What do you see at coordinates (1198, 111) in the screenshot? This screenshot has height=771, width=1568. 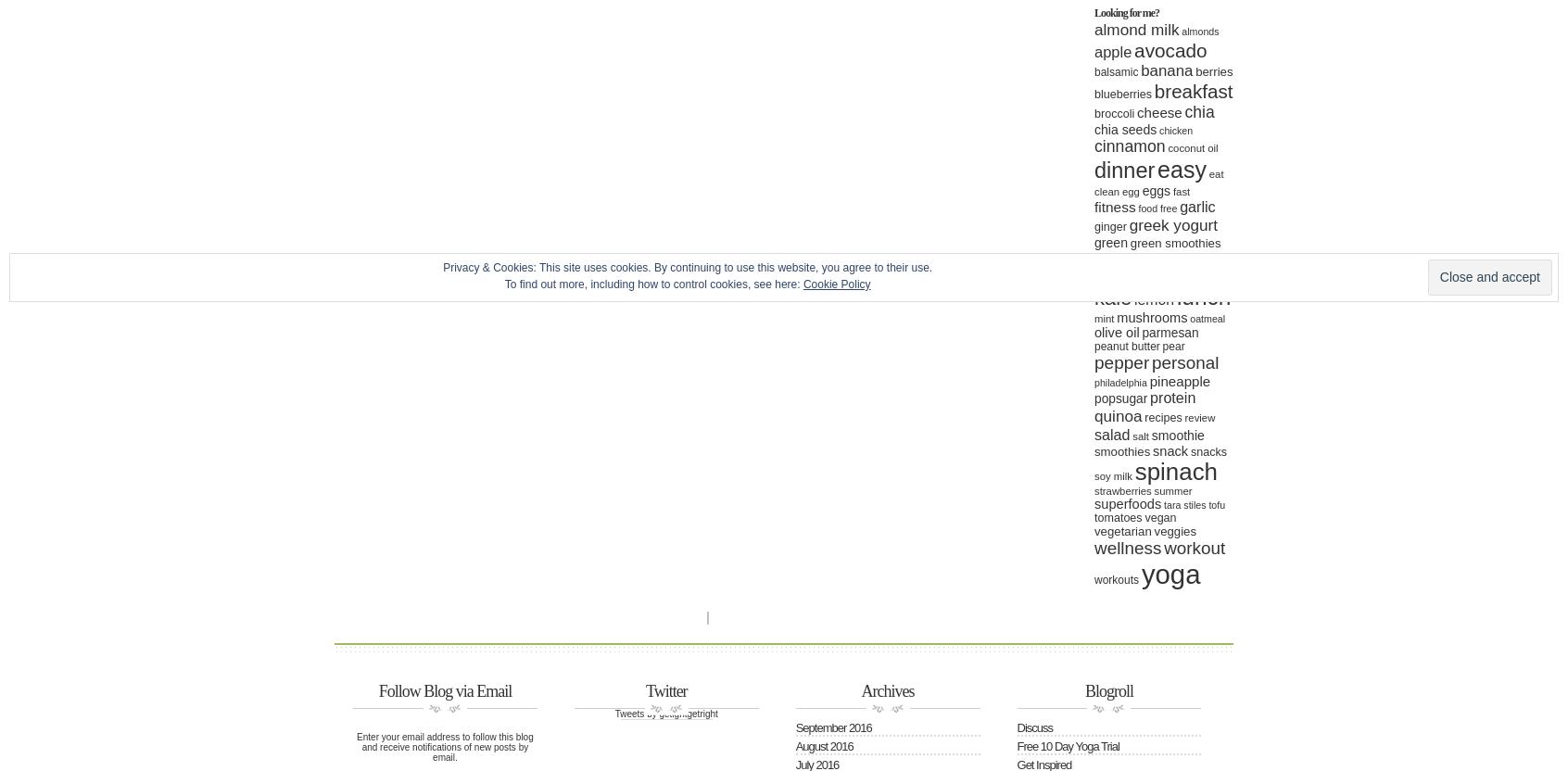 I see `'chia'` at bounding box center [1198, 111].